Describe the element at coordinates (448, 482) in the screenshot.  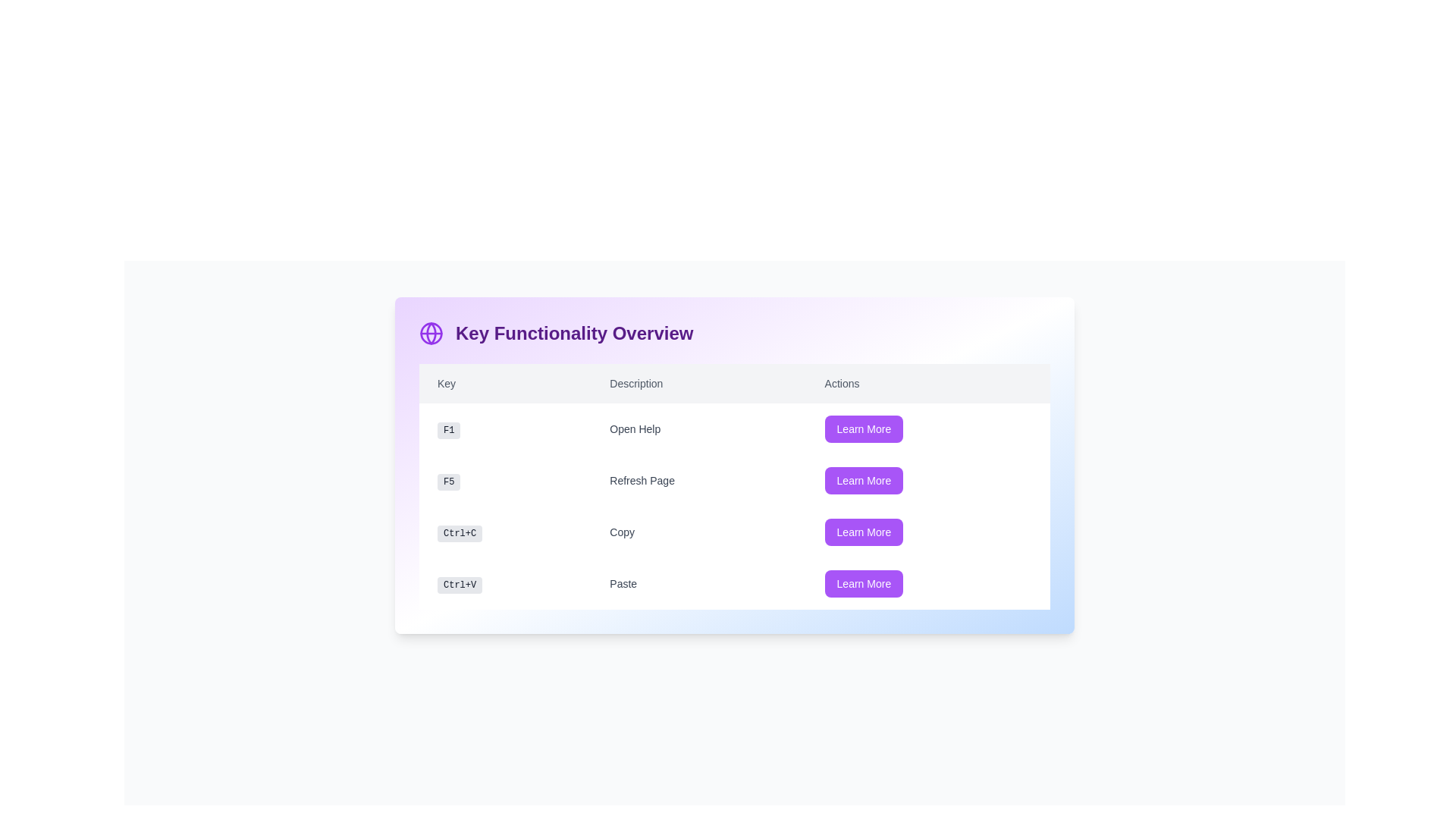
I see `the static label indicating the keyboard shortcut 'F5' in the 'Key Functionality Overview' section, which is positioned in the second row of the Key column` at that location.